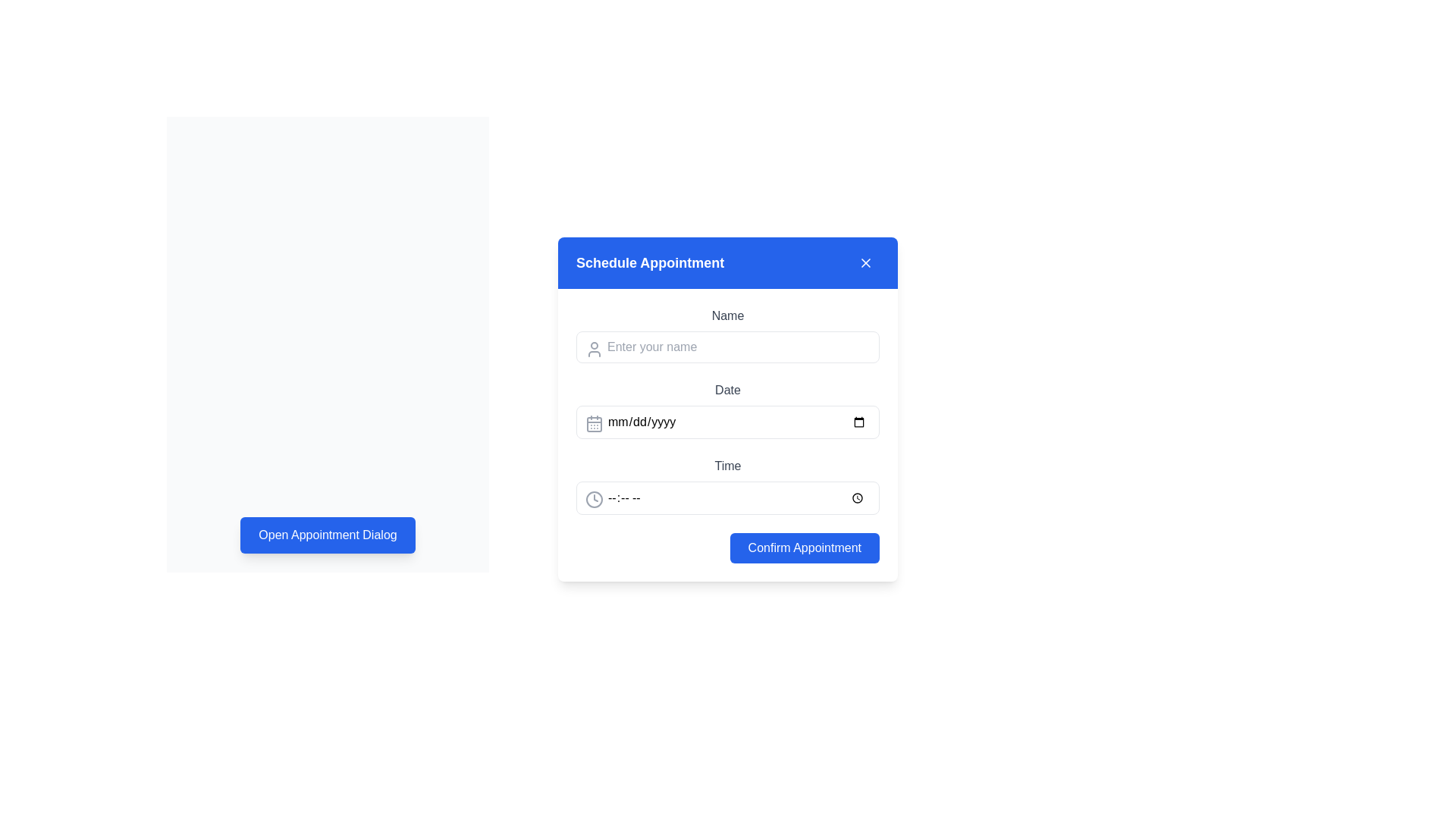 This screenshot has height=819, width=1456. Describe the element at coordinates (728, 422) in the screenshot. I see `the date input field in the 'Schedule Appointment' dialog by using the tab key` at that location.